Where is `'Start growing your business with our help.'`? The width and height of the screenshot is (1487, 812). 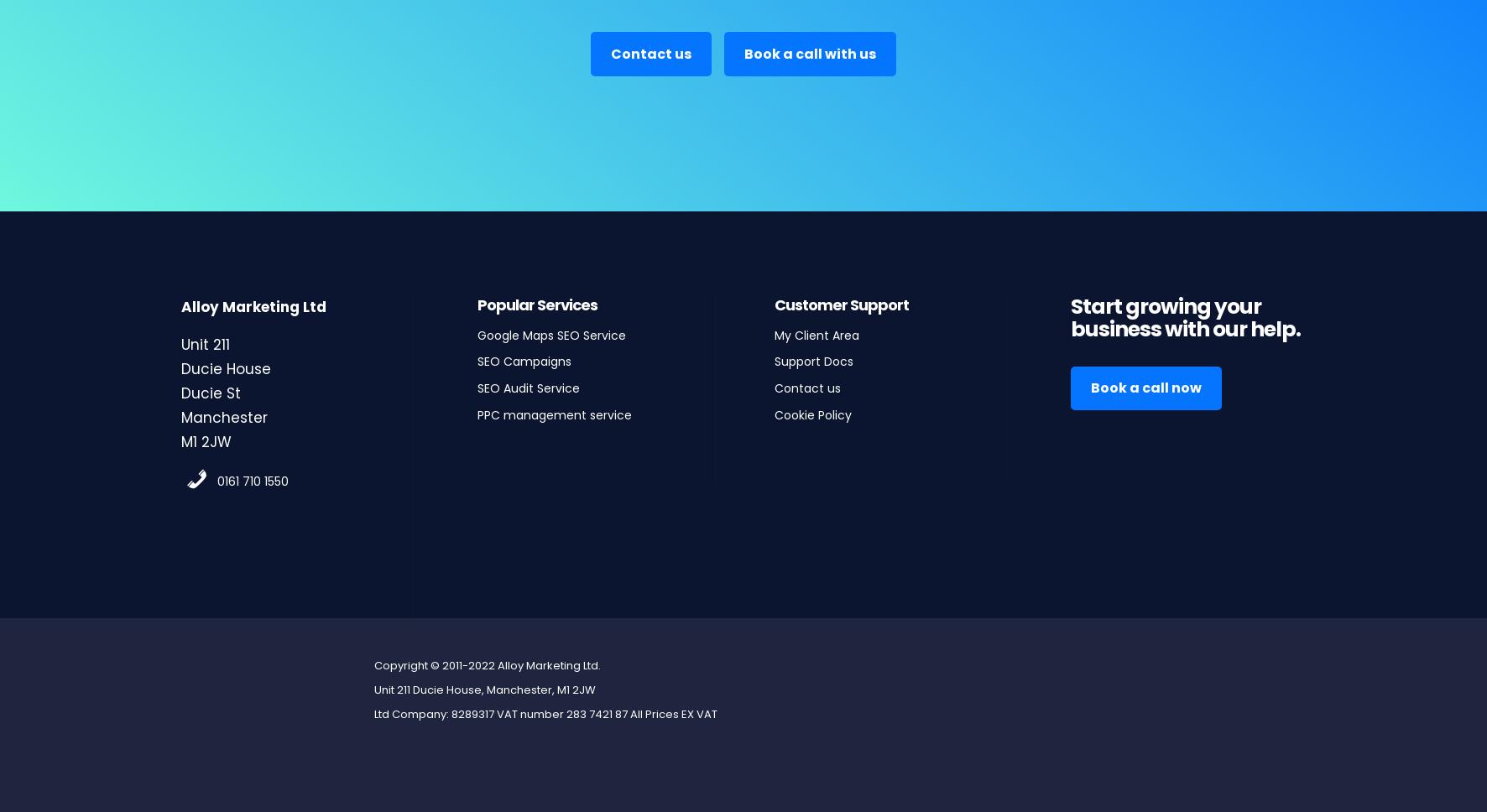
'Start growing your business with our help.' is located at coordinates (1184, 316).